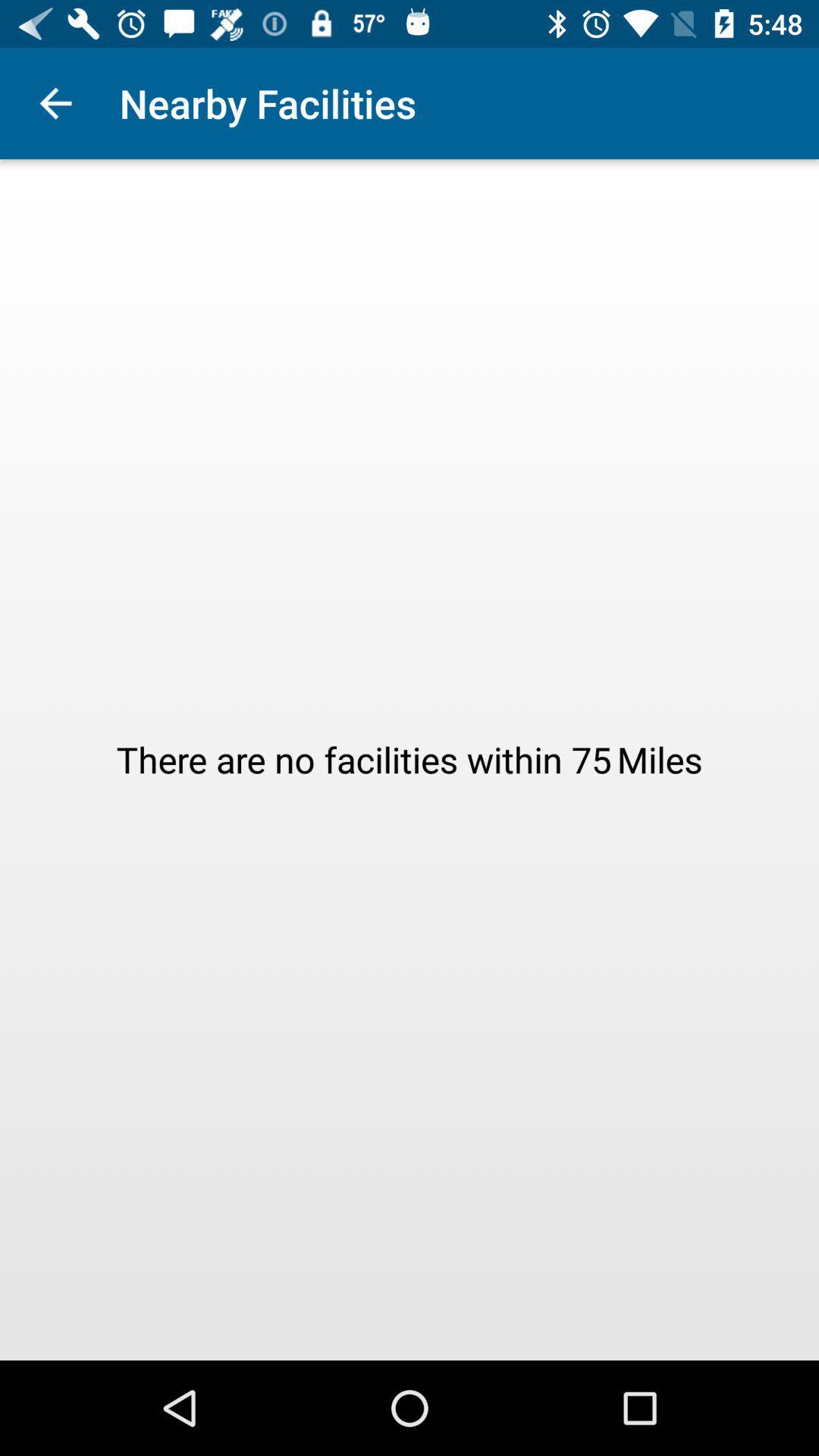 This screenshot has width=819, height=1456. I want to click on icon above there are no item, so click(55, 102).